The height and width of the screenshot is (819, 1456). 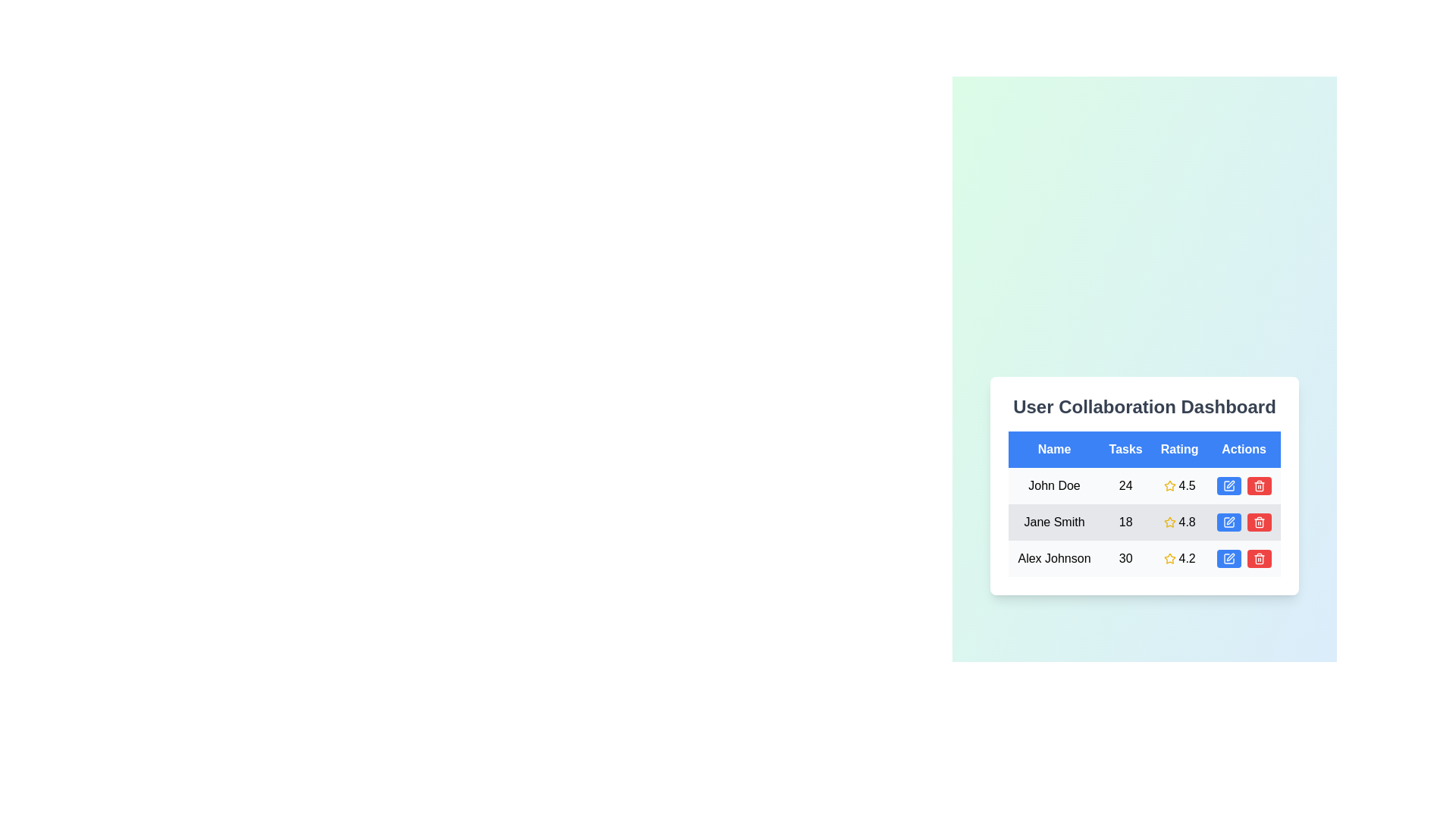 What do you see at coordinates (1259, 558) in the screenshot?
I see `the red trash can icon in the 'Actions' column of the User Collaboration Dashboard, associated with 'Alex Johnson'` at bounding box center [1259, 558].